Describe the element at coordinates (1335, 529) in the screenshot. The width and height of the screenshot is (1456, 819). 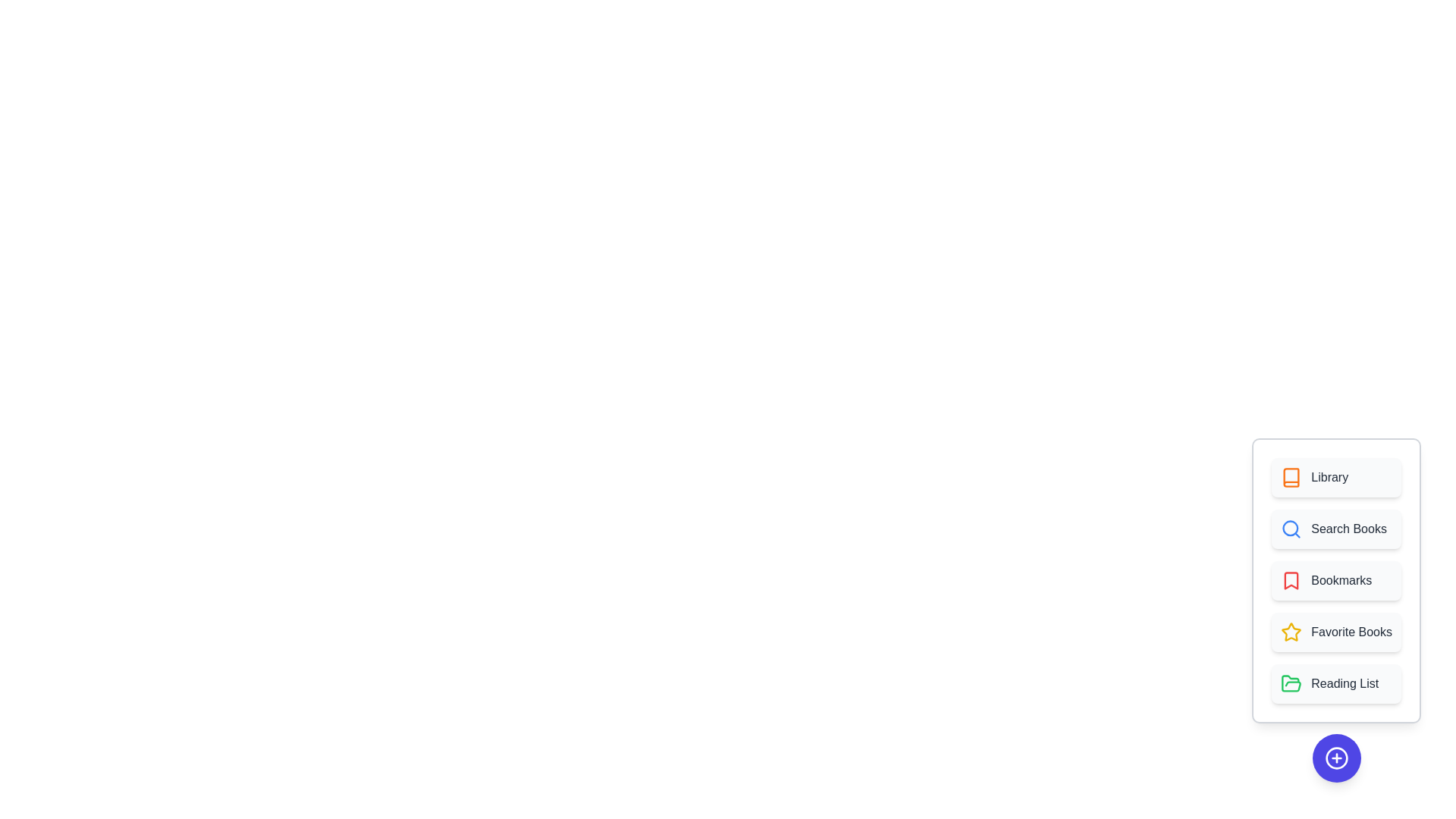
I see `the 'Search Books' button to select this option` at that location.